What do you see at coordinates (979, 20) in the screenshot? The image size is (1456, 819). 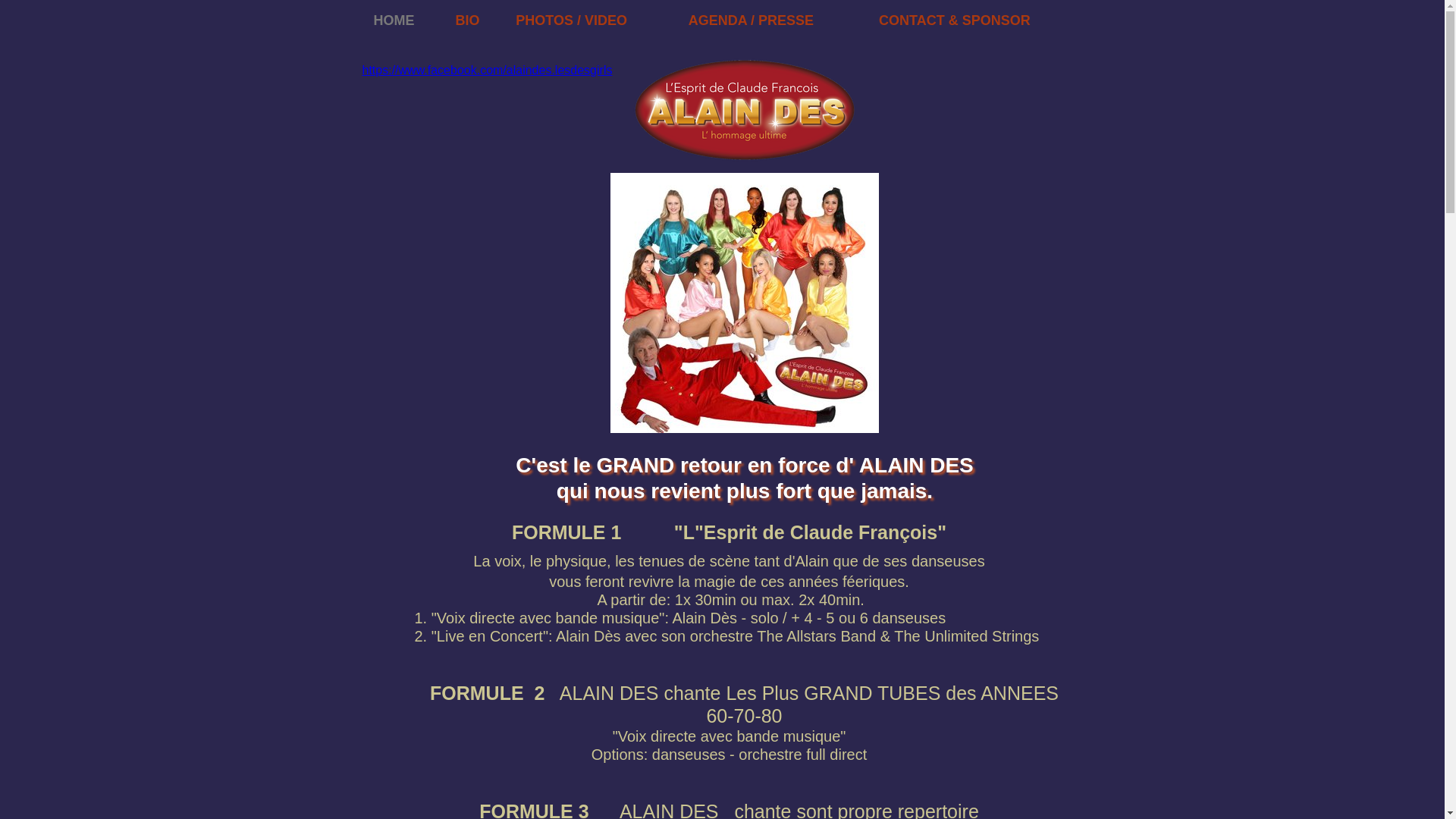 I see `'CONTACT & SPONSOR'` at bounding box center [979, 20].